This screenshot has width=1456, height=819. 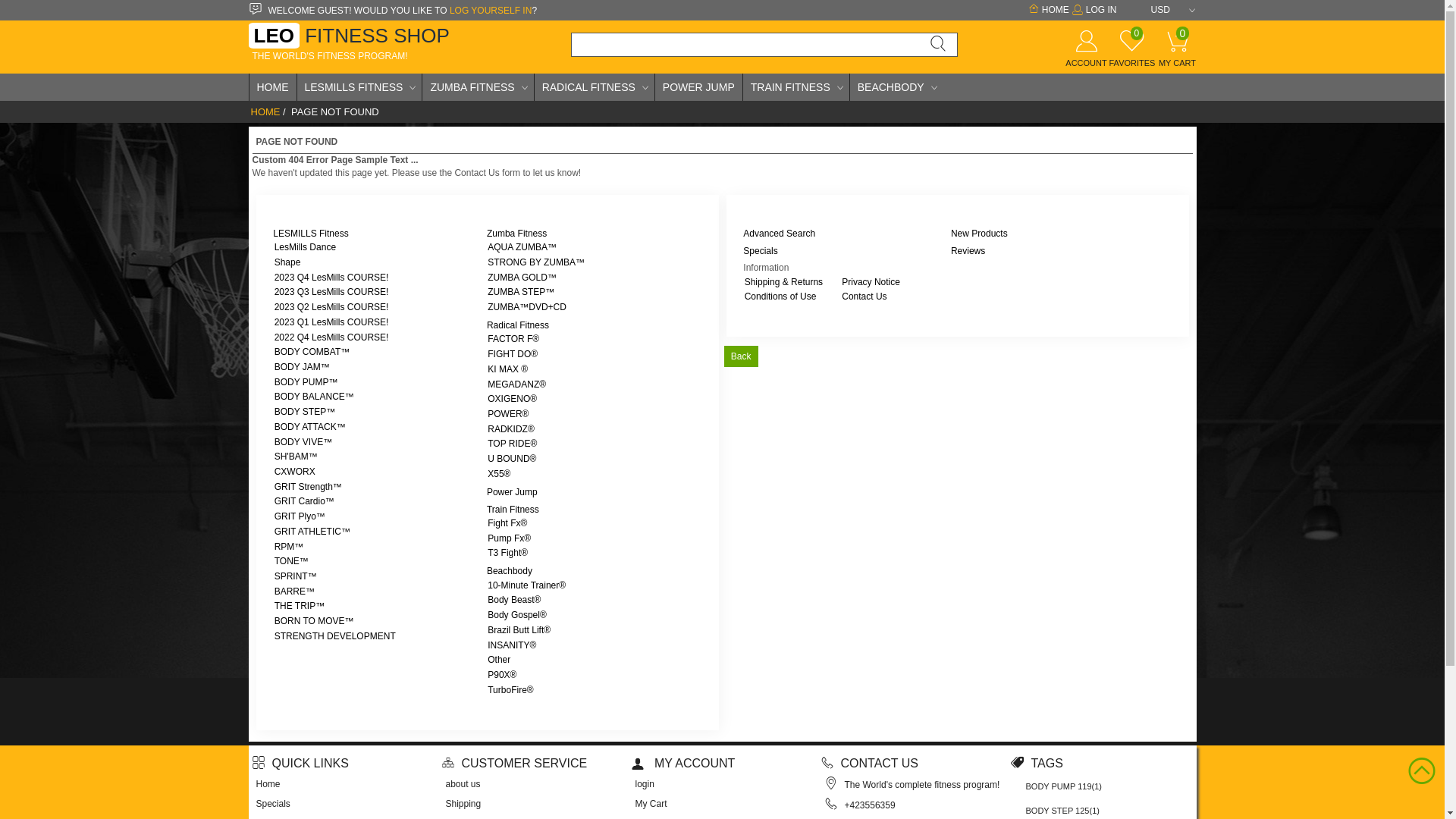 I want to click on 'Reviews', so click(x=967, y=250).